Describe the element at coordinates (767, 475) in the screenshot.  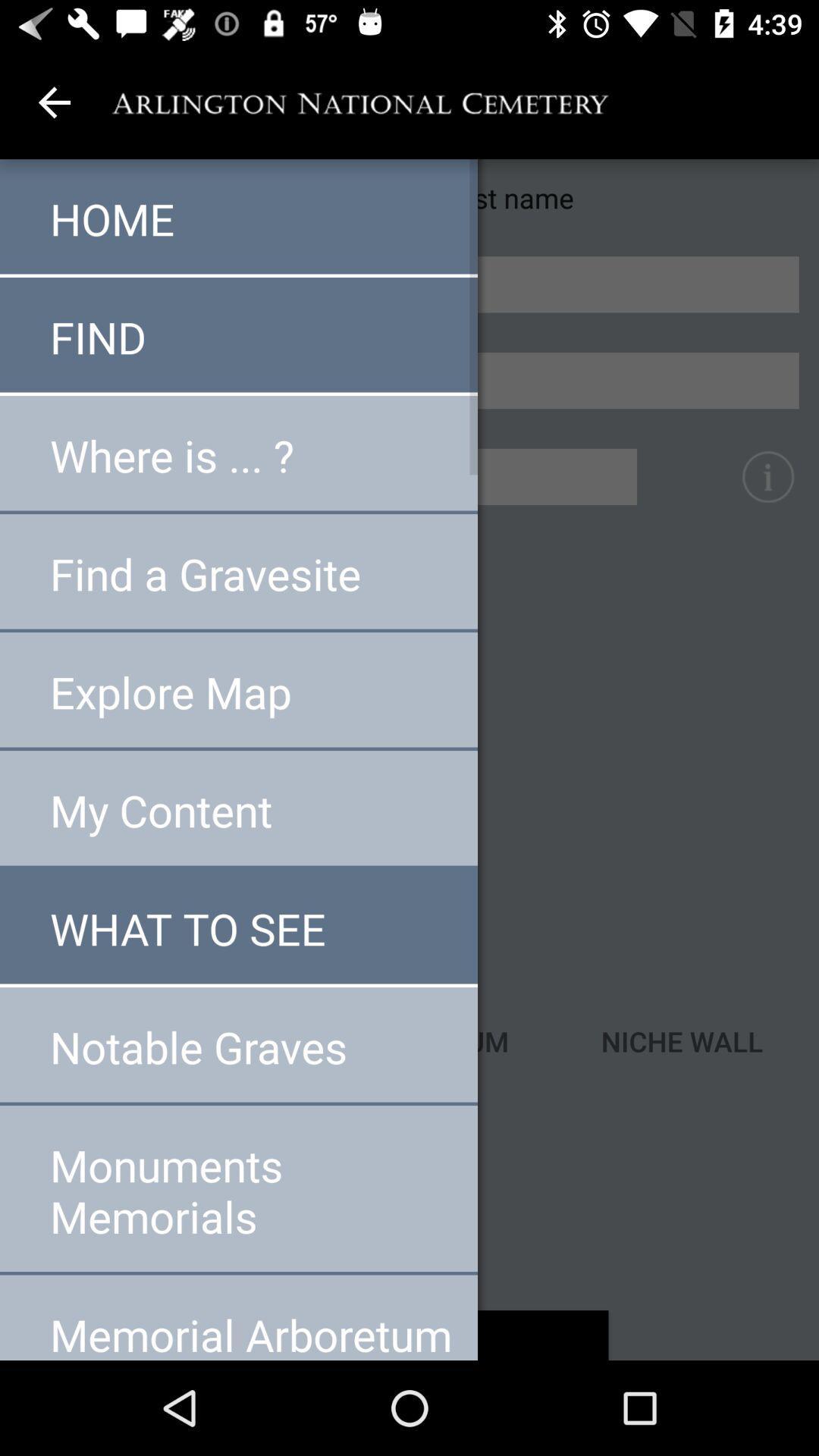
I see `the info icon` at that location.